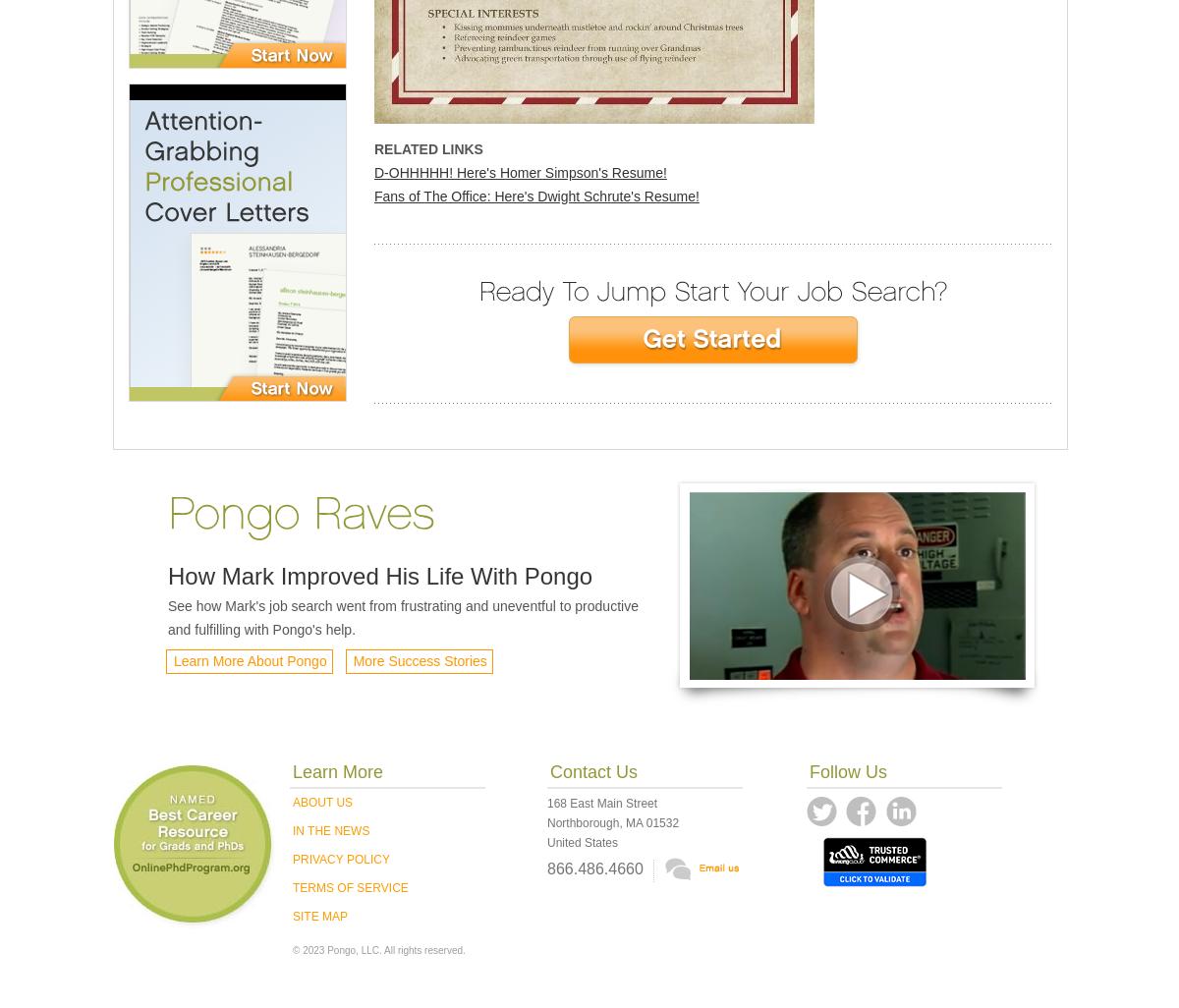 This screenshot has width=1179, height=1008. I want to click on 'IN THE NEWS', so click(330, 831).